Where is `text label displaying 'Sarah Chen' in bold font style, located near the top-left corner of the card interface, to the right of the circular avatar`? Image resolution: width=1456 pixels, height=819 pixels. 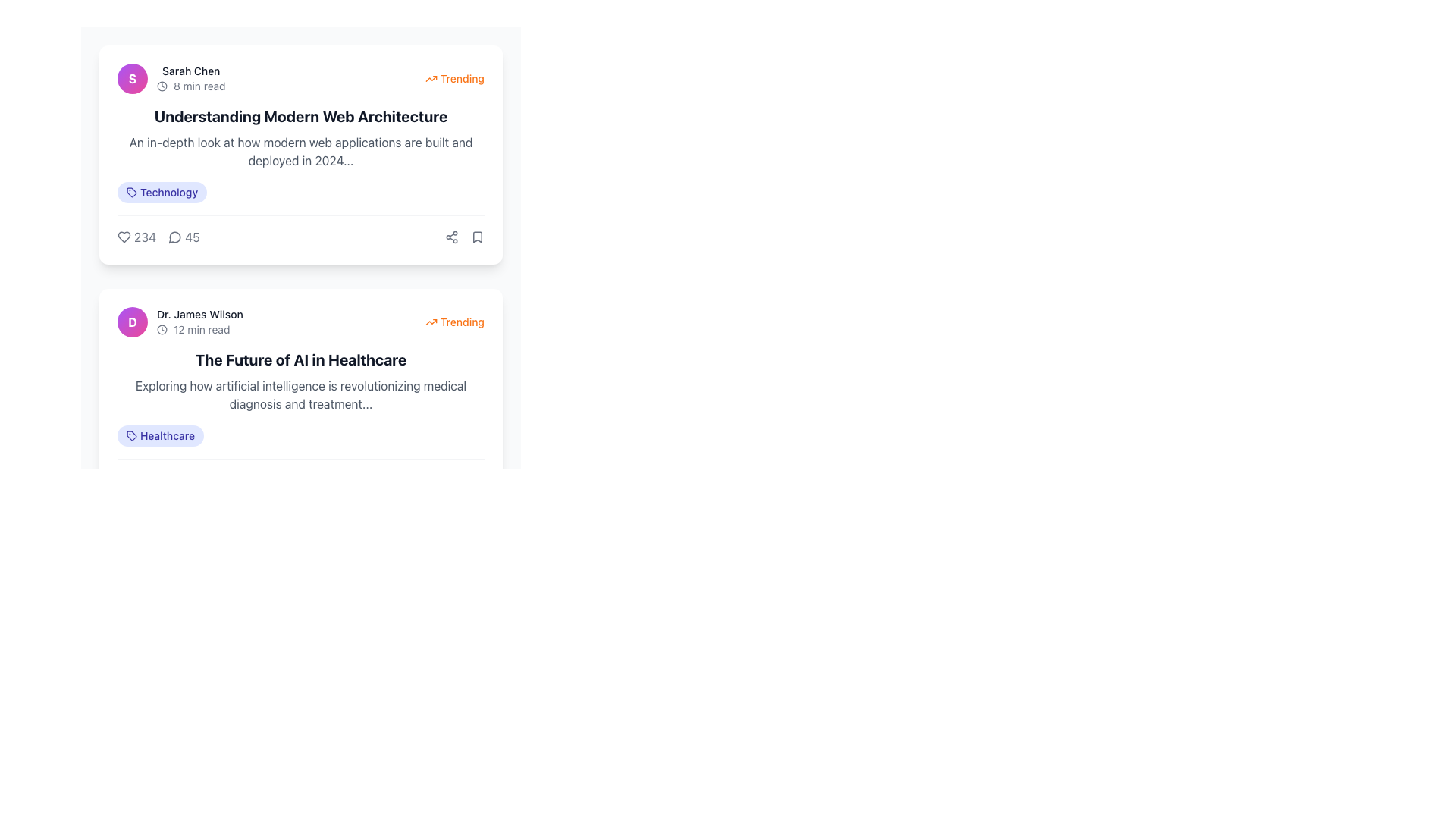 text label displaying 'Sarah Chen' in bold font style, located near the top-left corner of the card interface, to the right of the circular avatar is located at coordinates (190, 71).